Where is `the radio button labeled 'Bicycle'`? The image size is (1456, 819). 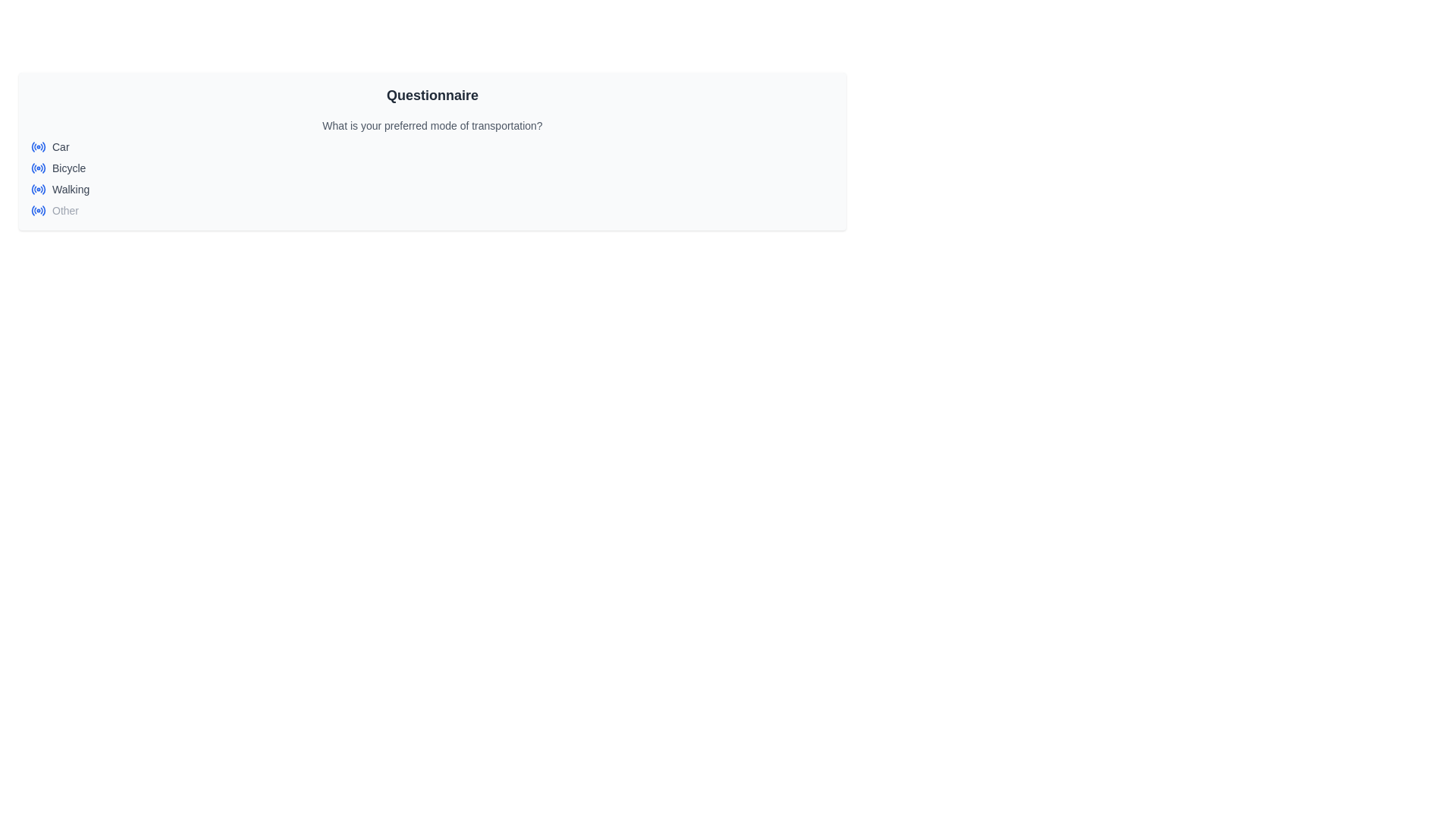 the radio button labeled 'Bicycle' is located at coordinates (39, 168).